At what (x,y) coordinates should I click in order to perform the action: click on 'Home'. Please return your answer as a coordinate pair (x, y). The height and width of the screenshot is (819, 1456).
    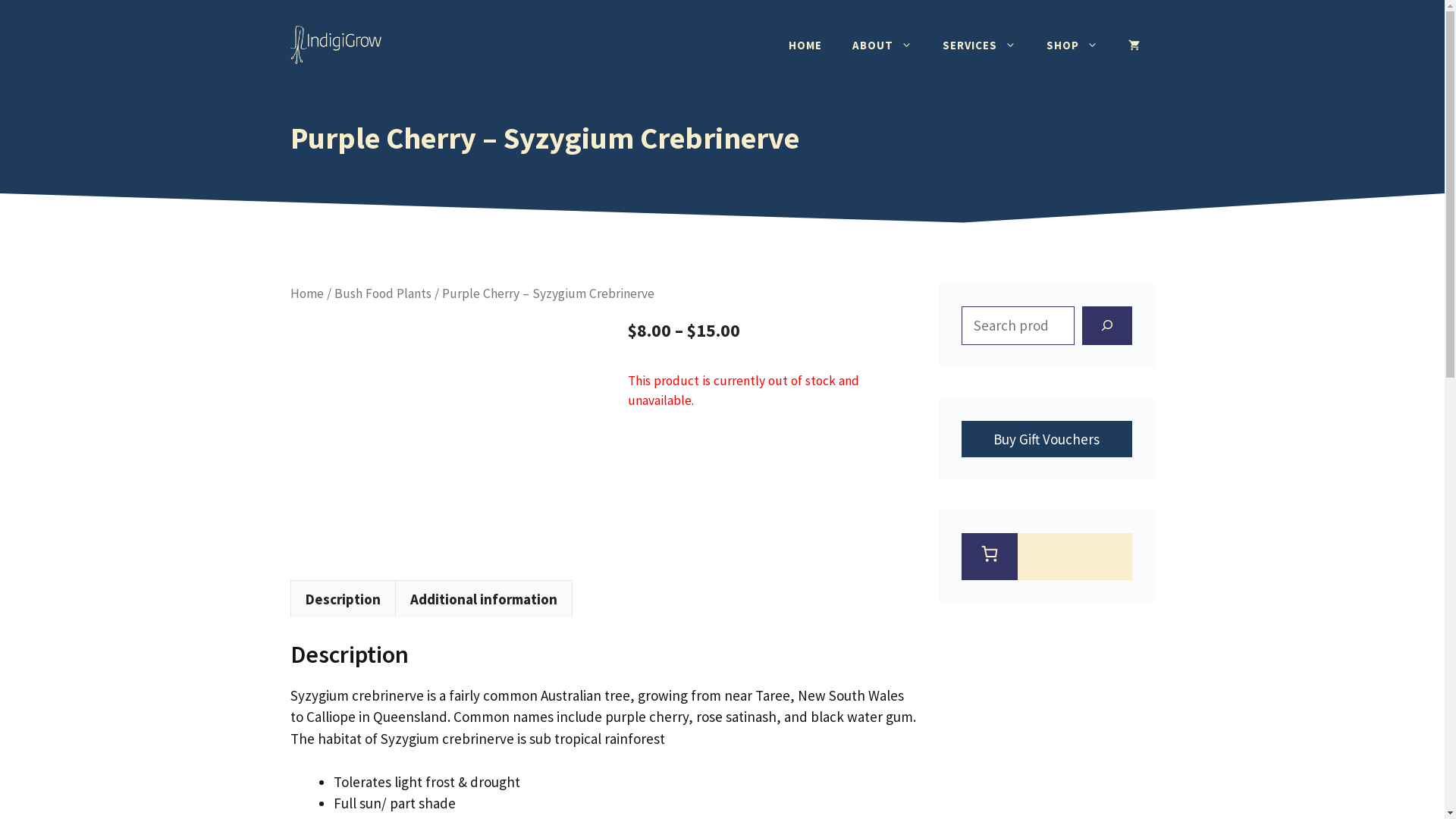
    Looking at the image, I should click on (290, 293).